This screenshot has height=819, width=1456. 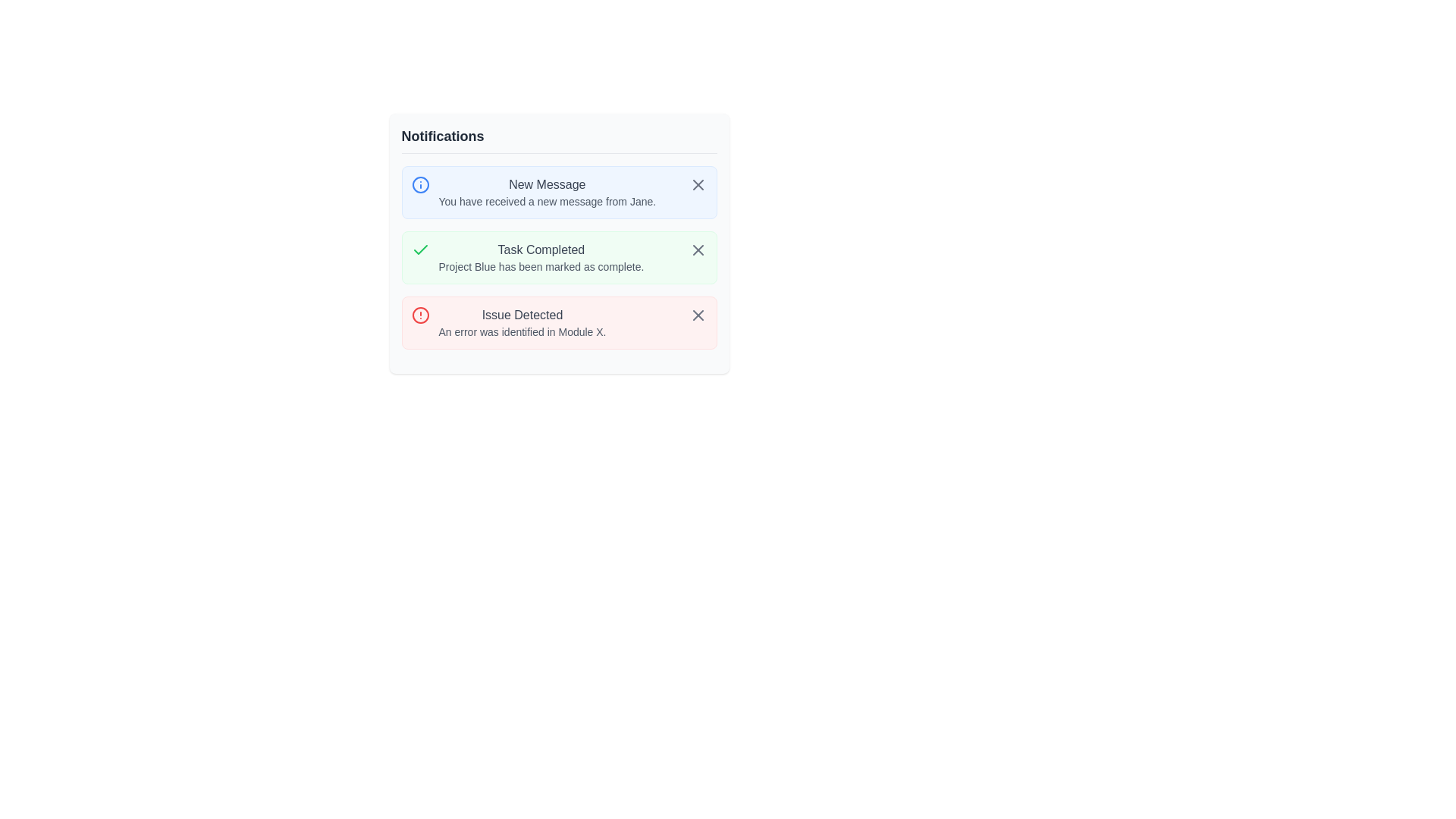 What do you see at coordinates (420, 249) in the screenshot?
I see `the completion icon located inside the green notification labeled 'Task Completed', positioned to the left of the text content` at bounding box center [420, 249].